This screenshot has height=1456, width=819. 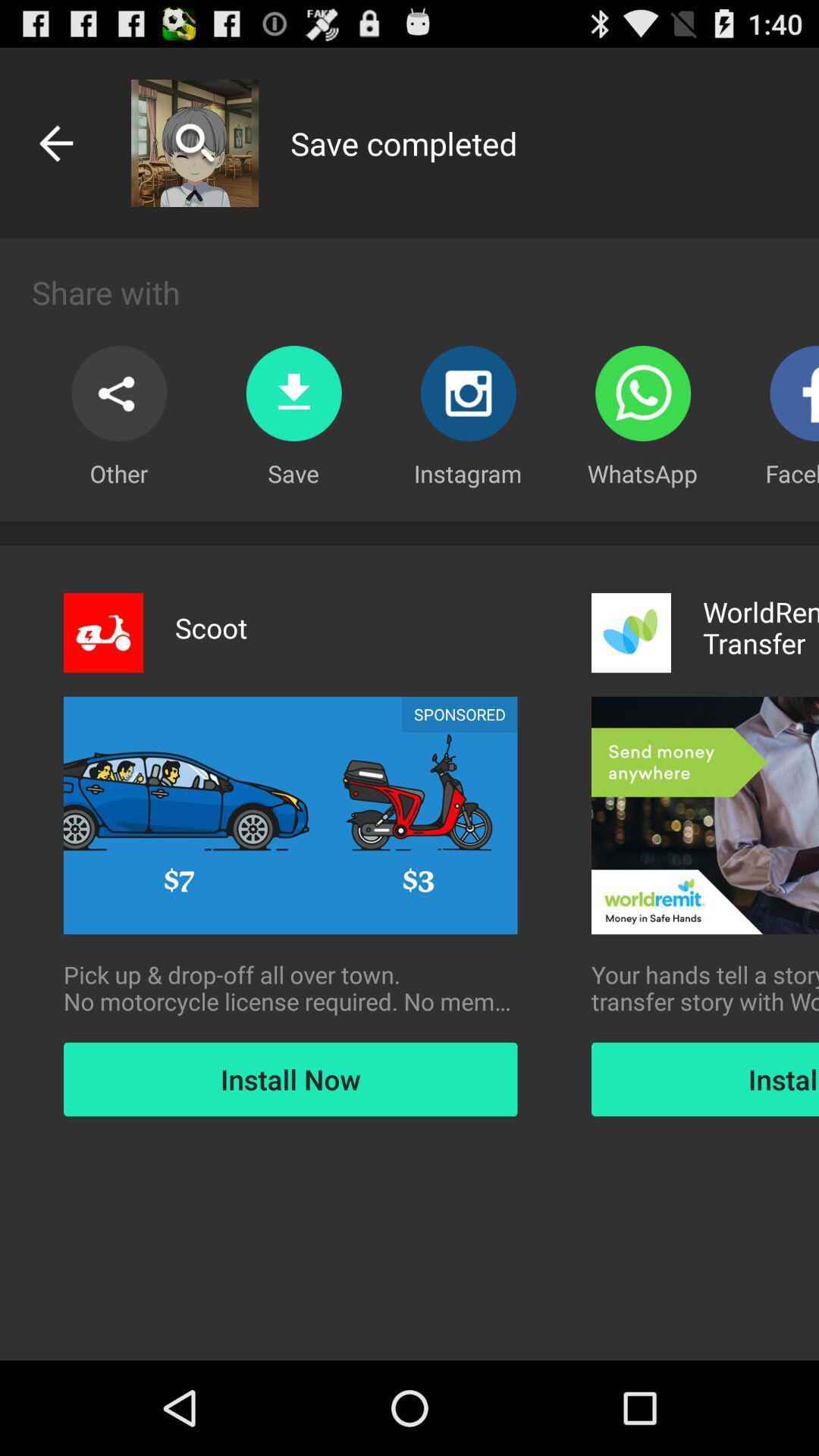 What do you see at coordinates (459, 714) in the screenshot?
I see `sponsored icon` at bounding box center [459, 714].